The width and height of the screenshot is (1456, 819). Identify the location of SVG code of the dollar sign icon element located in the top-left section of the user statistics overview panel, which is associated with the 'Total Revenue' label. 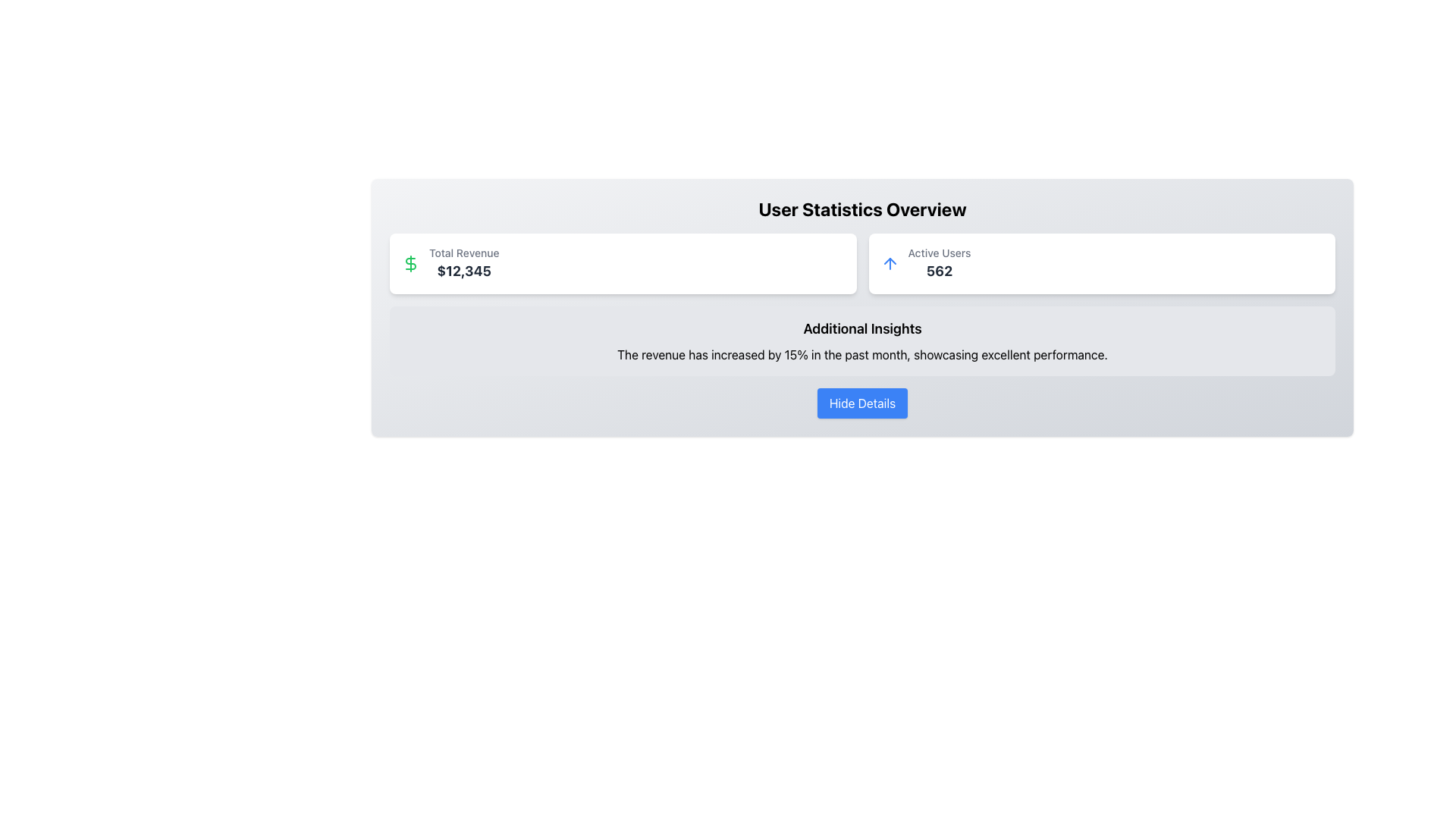
(411, 262).